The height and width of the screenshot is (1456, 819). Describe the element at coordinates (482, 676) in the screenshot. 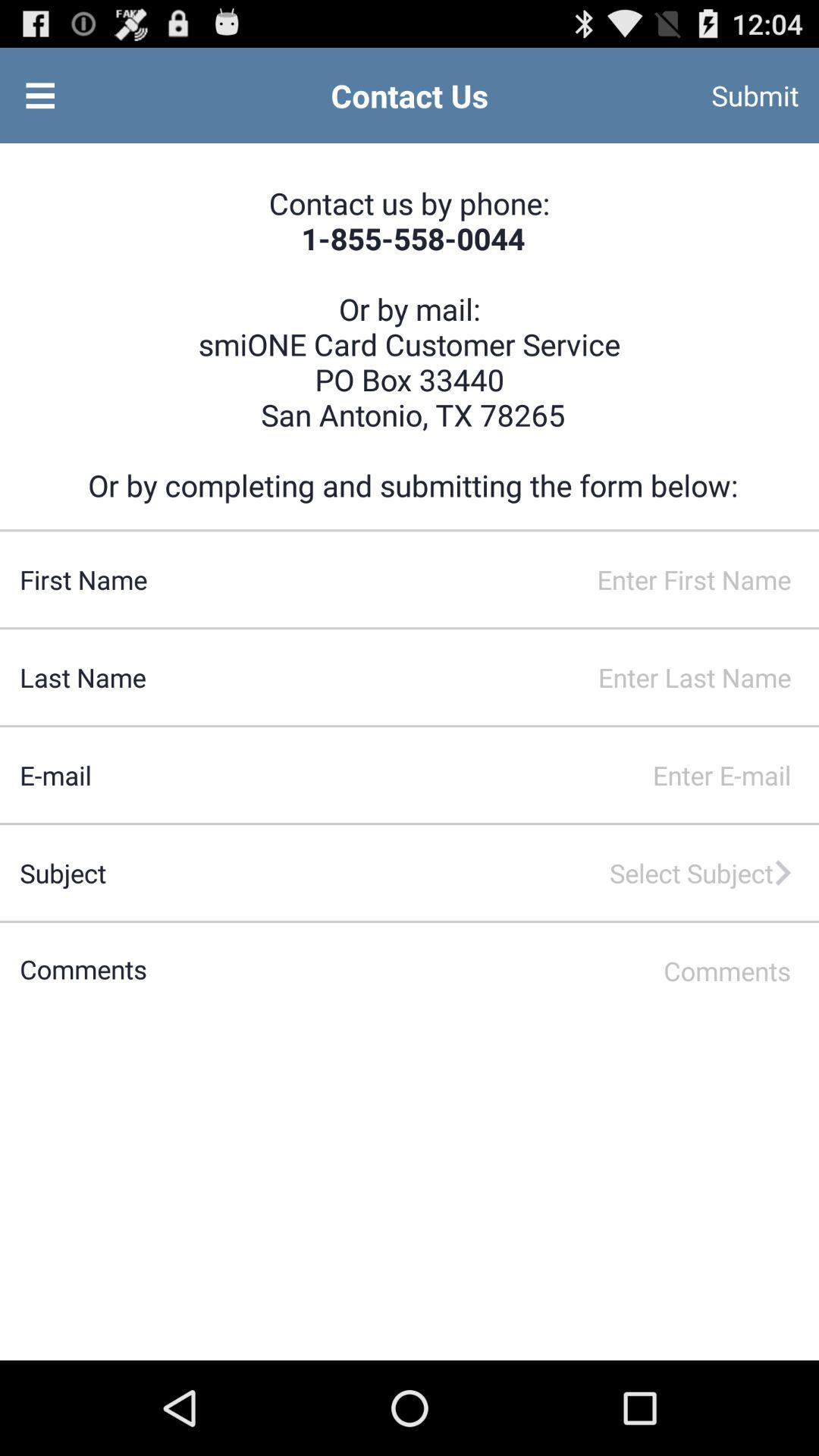

I see `last name` at that location.